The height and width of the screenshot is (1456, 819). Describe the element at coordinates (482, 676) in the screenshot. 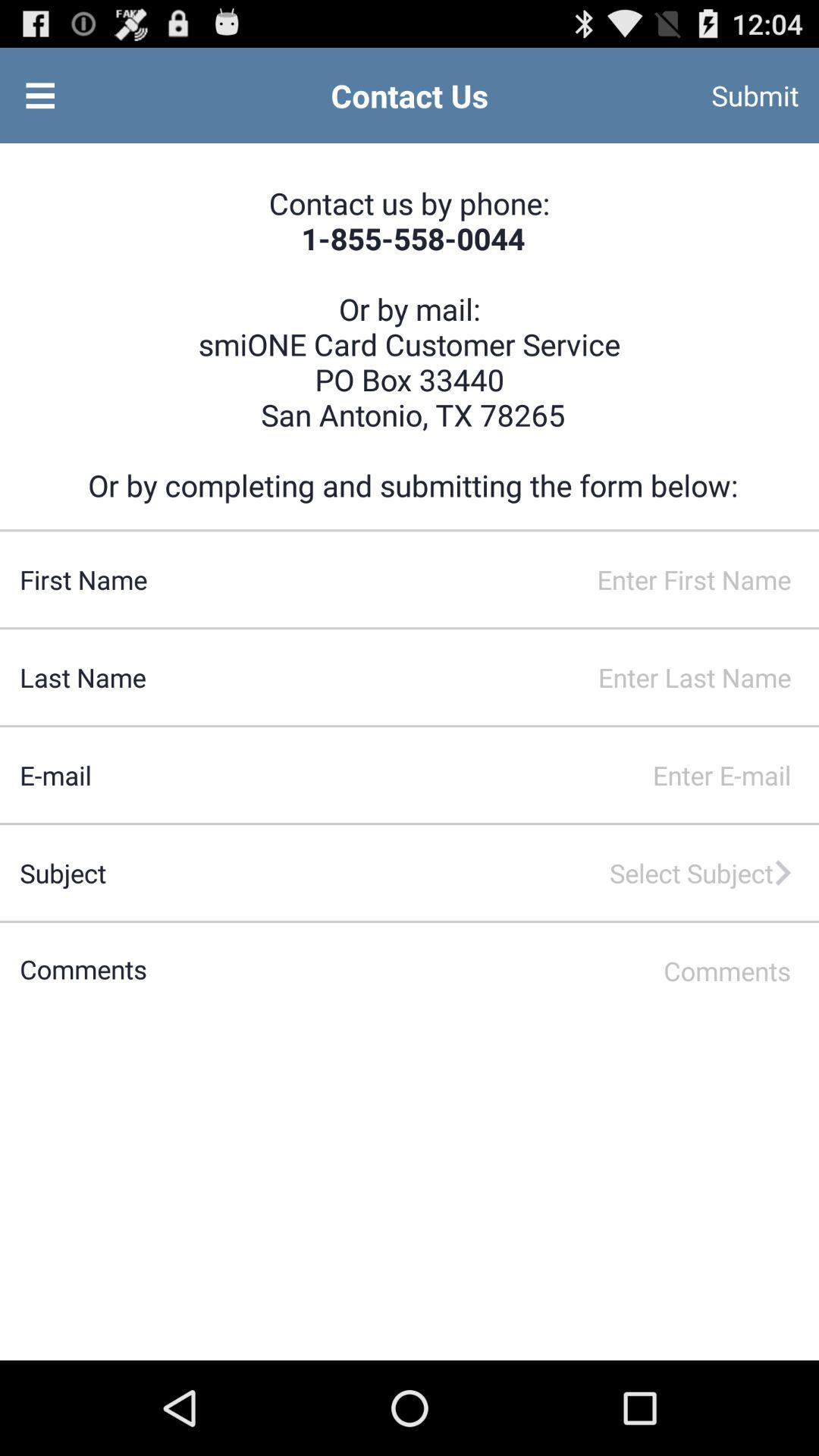

I see `last name` at that location.